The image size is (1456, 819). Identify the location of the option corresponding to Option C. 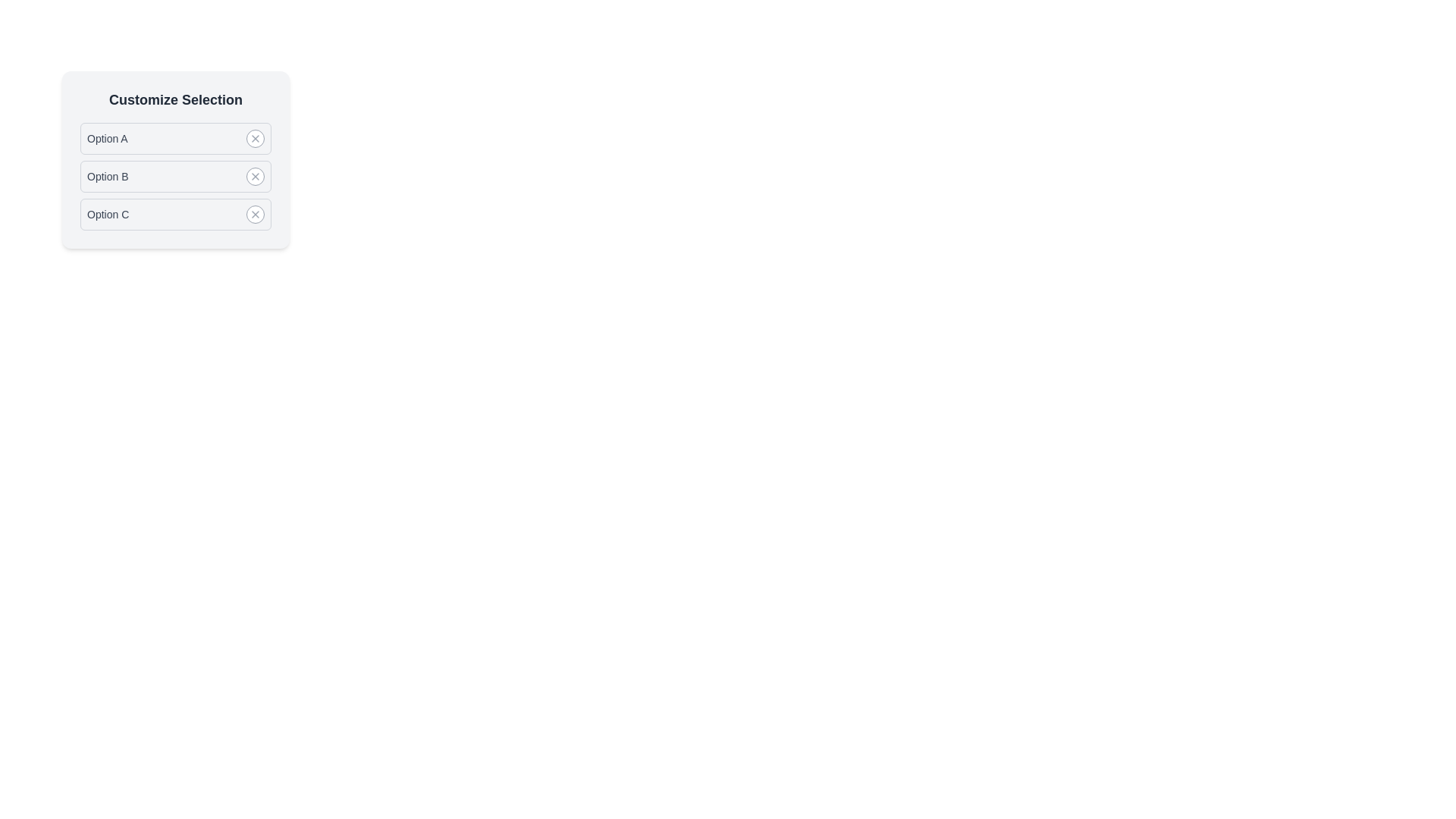
(255, 214).